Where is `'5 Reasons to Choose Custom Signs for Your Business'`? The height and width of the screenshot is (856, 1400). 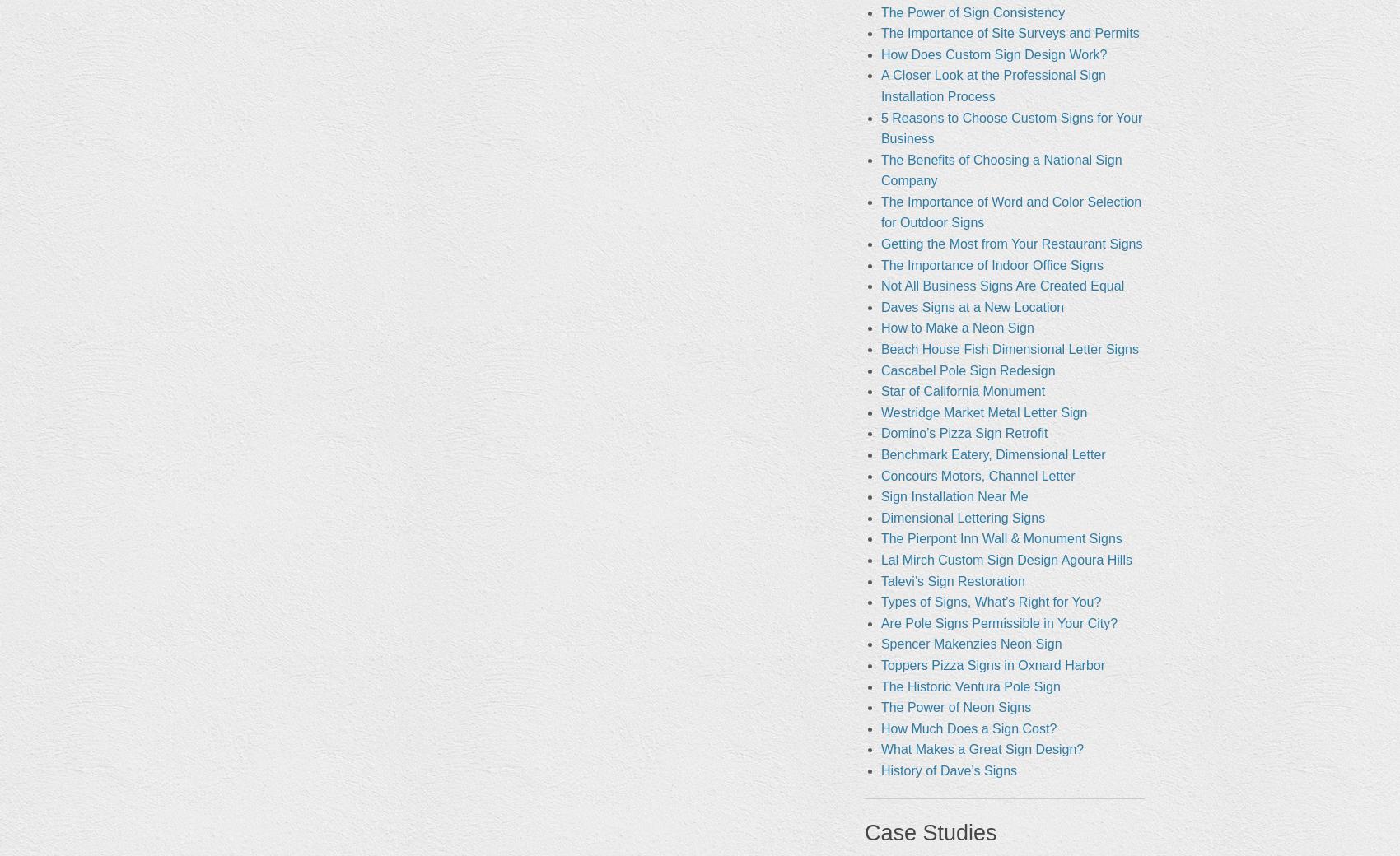
'5 Reasons to Choose Custom Signs for Your Business' is located at coordinates (1010, 128).